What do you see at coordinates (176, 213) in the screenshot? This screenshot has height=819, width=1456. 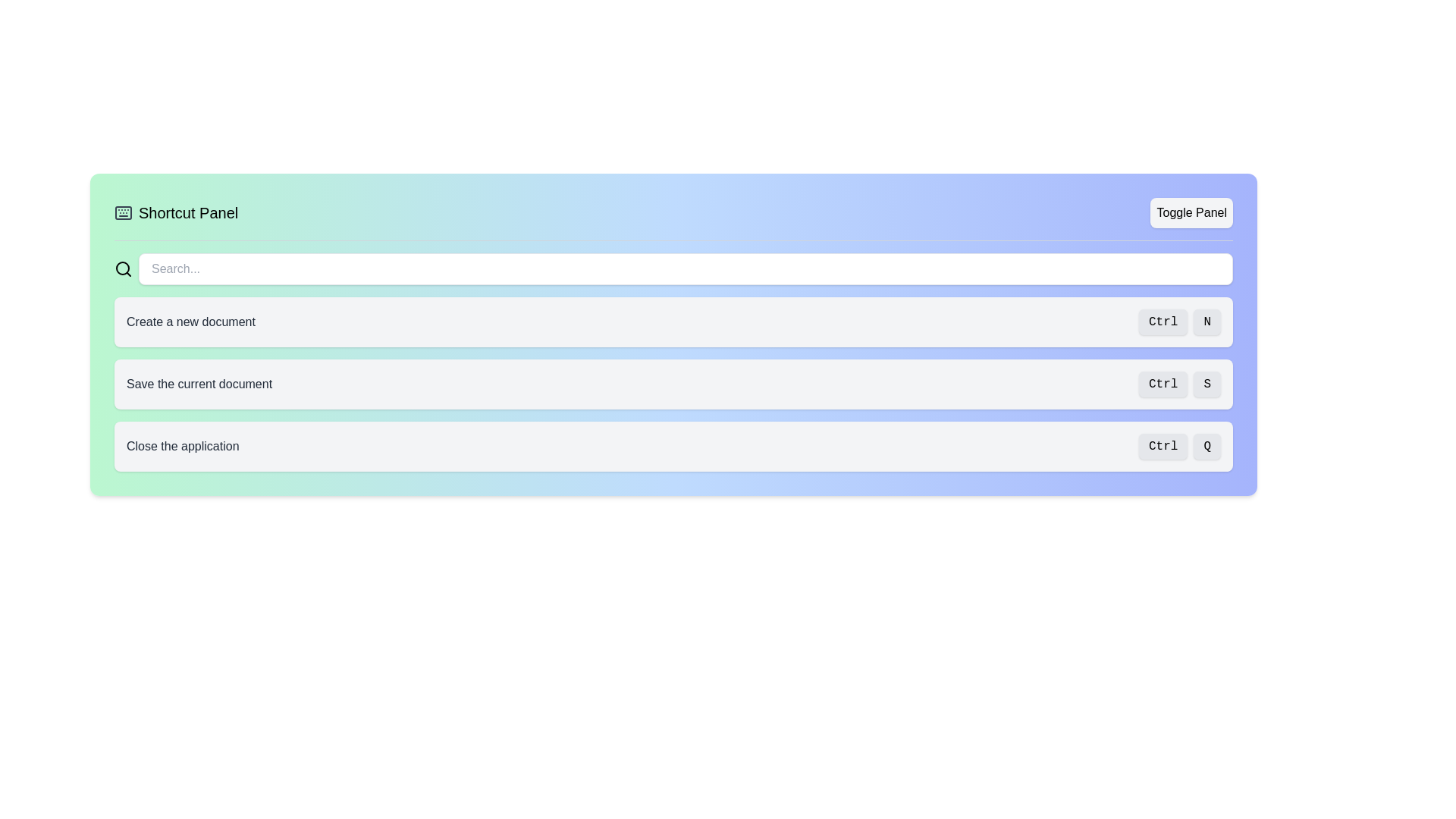 I see `the Text label with associated icon that serves as a title for managing shortcuts, located at the top-left corner of the interface` at bounding box center [176, 213].